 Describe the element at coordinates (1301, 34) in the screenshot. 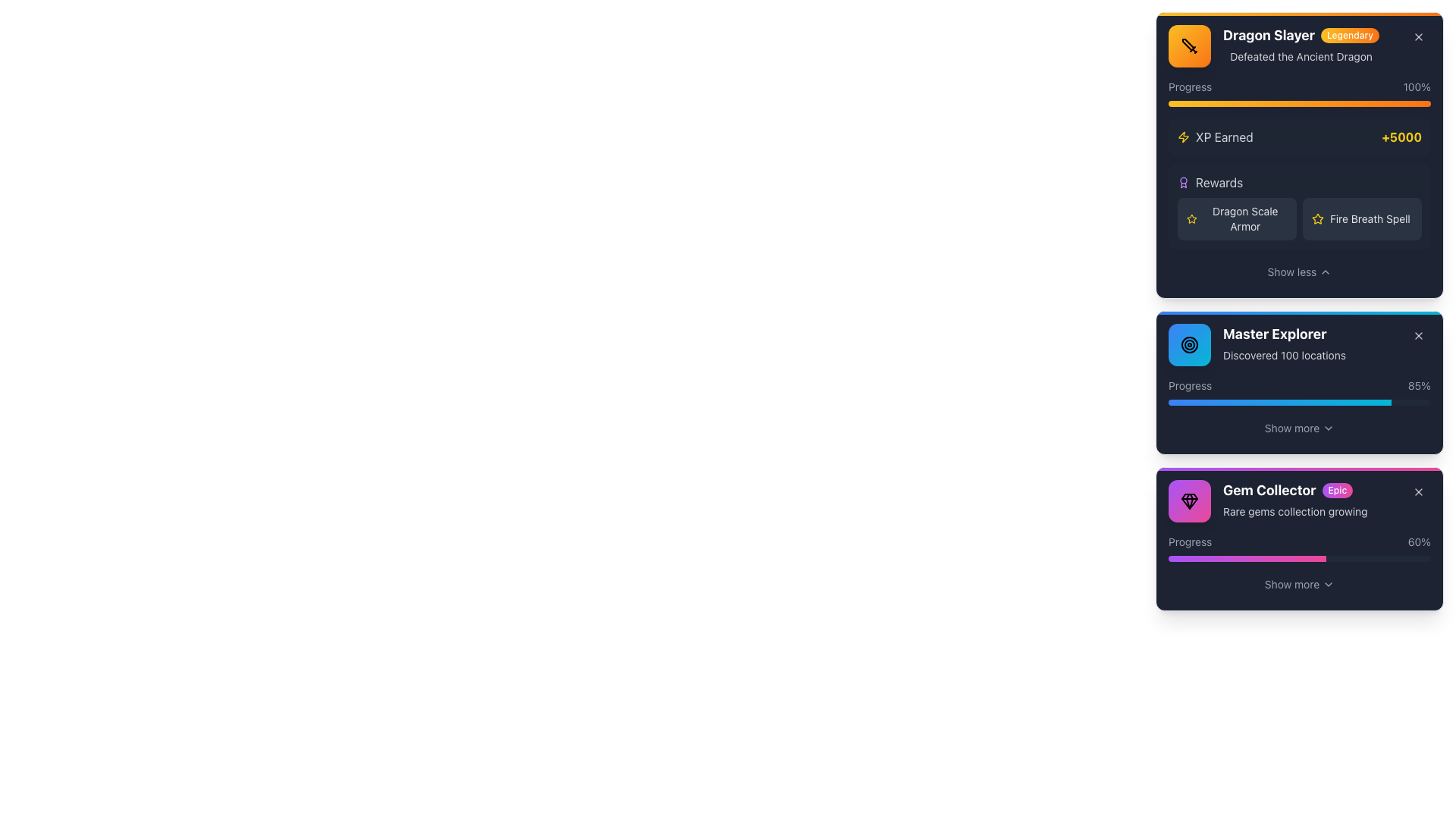

I see `the Label with badge for the achievement 'Dragon Slayer' that displays its rarity level 'Legendary', located at the top-left of the card` at that location.